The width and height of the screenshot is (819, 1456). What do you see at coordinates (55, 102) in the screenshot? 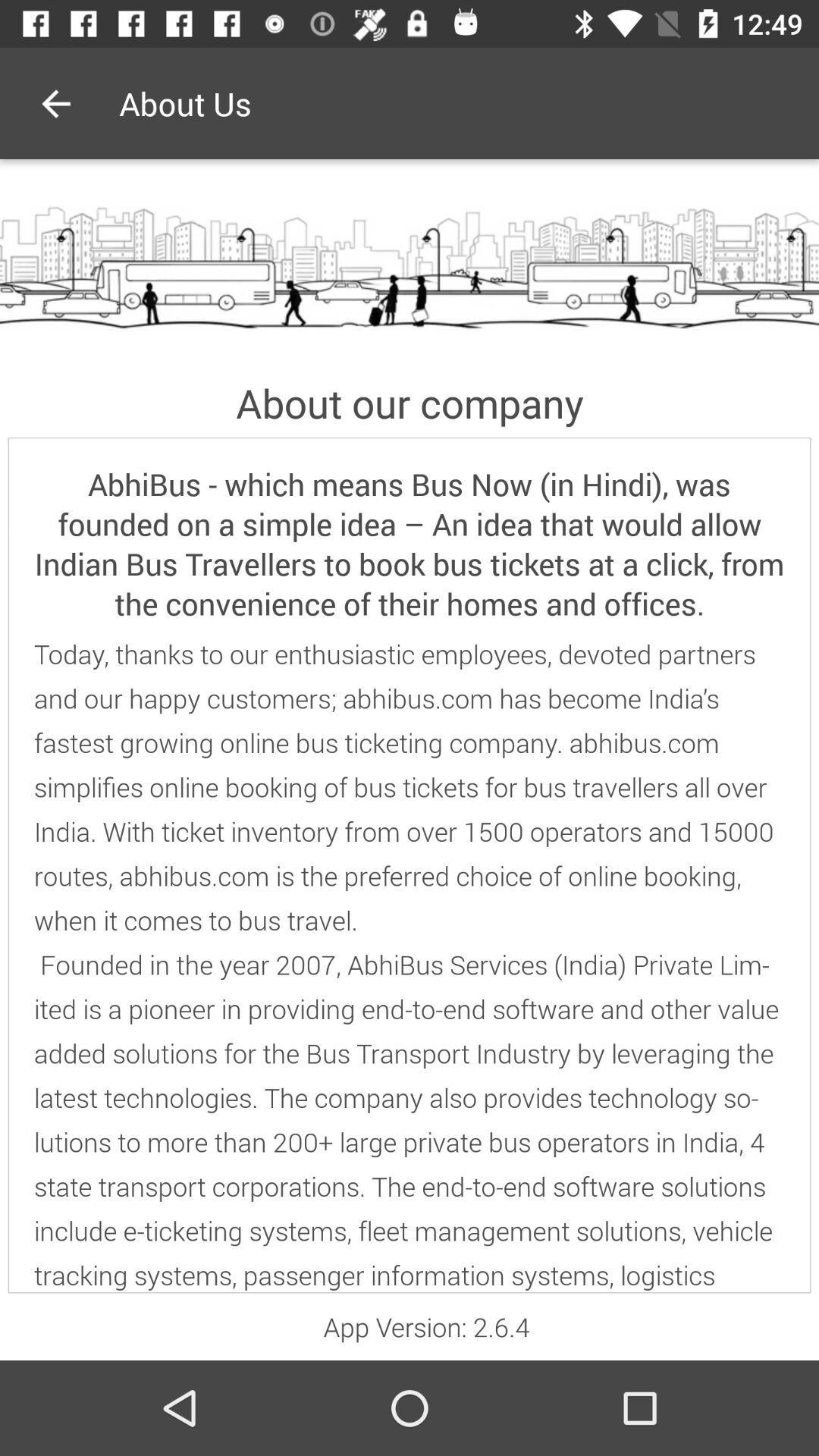
I see `the icon to the left of about us` at bounding box center [55, 102].